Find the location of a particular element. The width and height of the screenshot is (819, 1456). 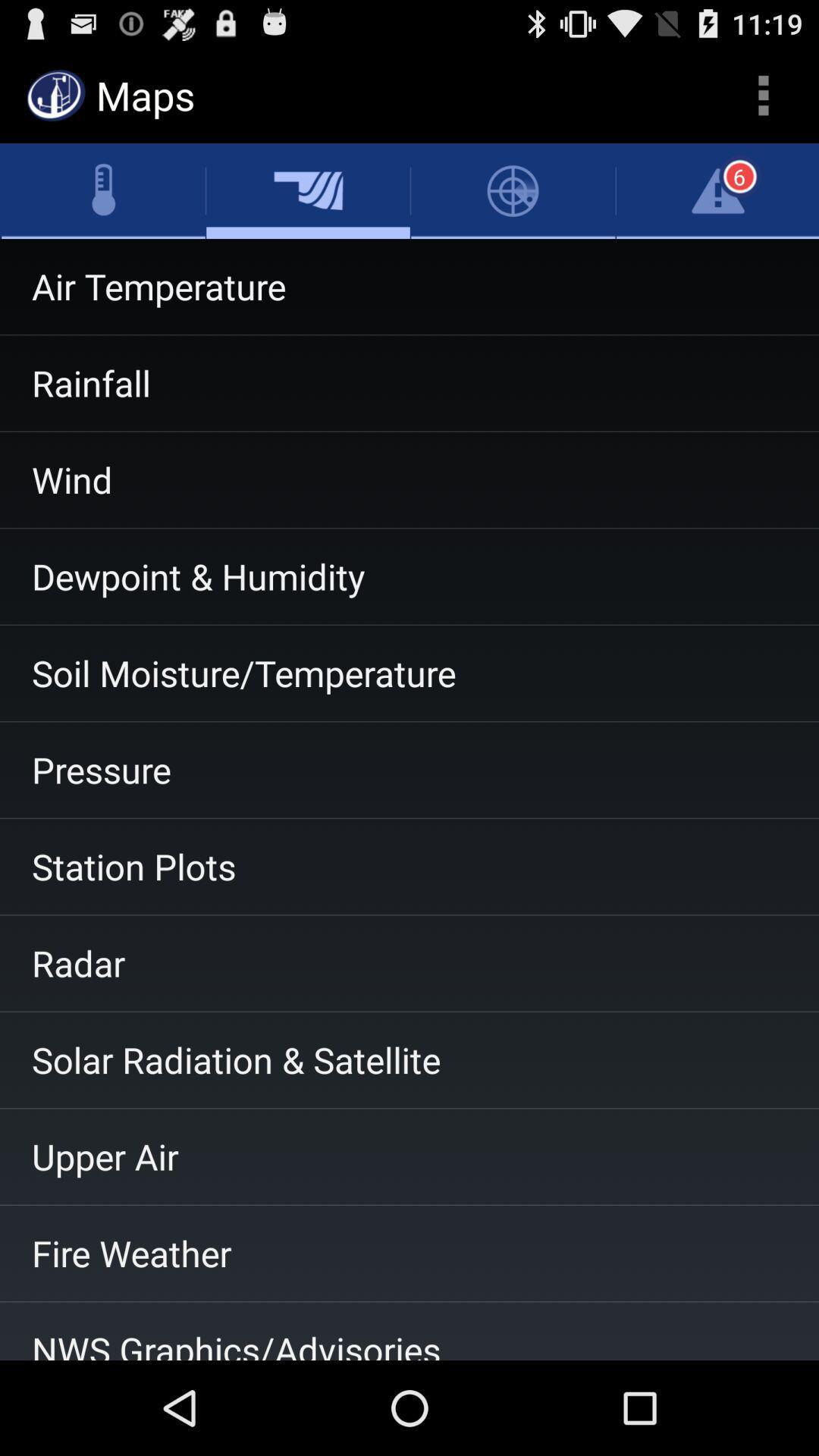

upper air app is located at coordinates (409, 1156).